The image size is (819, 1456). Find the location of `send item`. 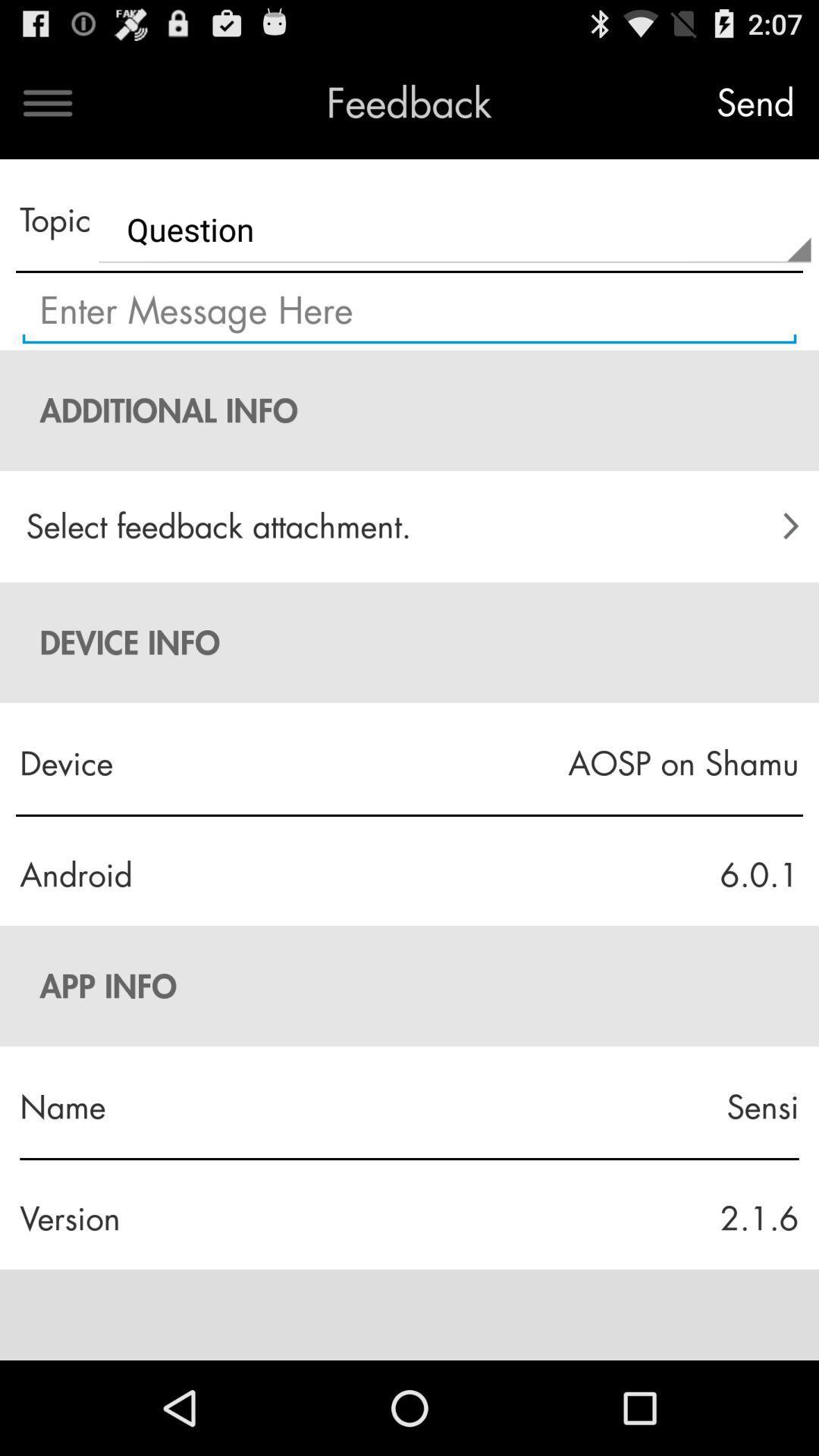

send item is located at coordinates (755, 102).